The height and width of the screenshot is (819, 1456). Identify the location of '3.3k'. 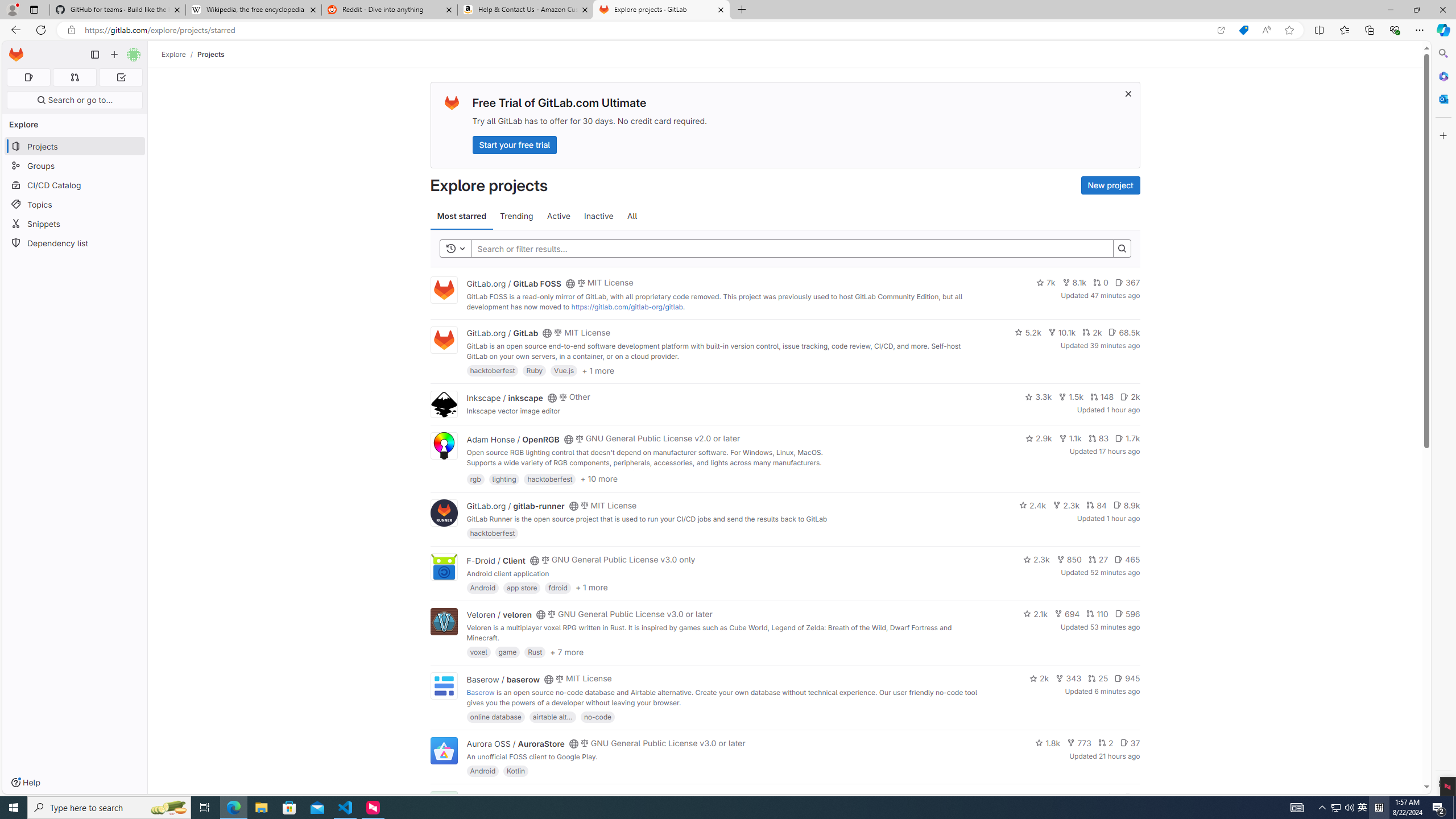
(1039, 396).